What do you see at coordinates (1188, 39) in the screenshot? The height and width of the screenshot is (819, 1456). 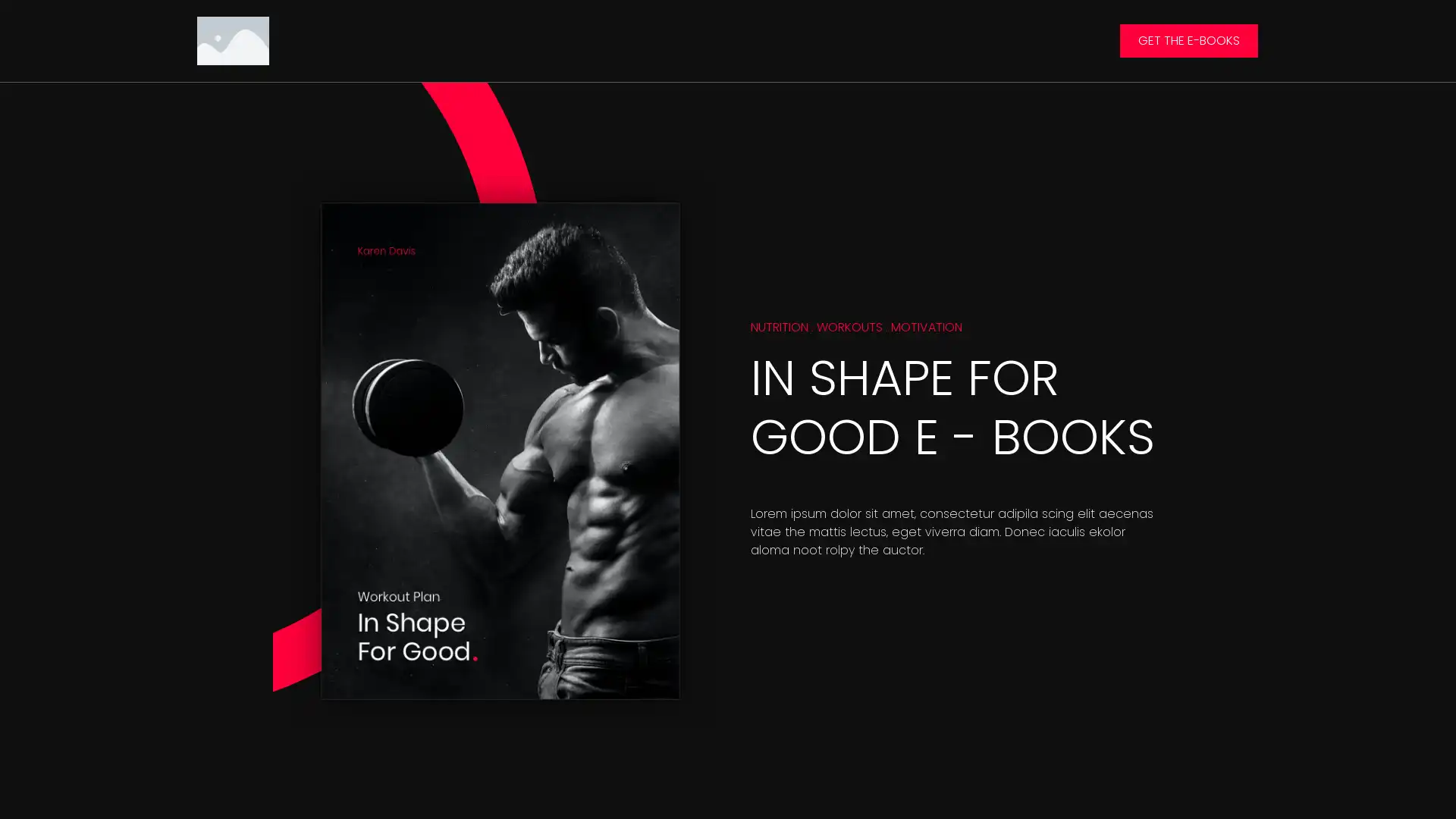 I see `GET THE E-BOOKS` at bounding box center [1188, 39].